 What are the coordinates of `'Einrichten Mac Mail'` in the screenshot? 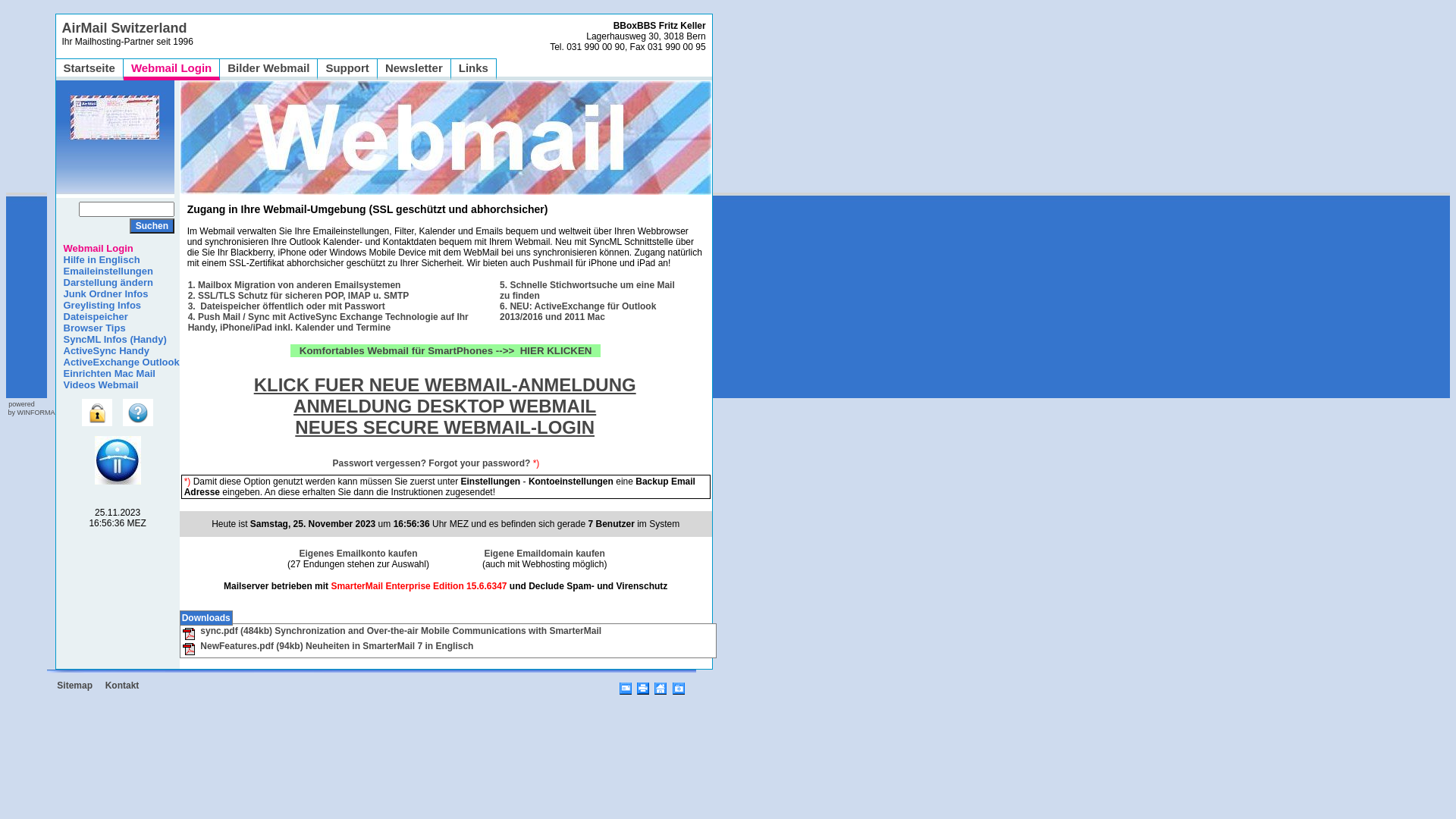 It's located at (55, 373).